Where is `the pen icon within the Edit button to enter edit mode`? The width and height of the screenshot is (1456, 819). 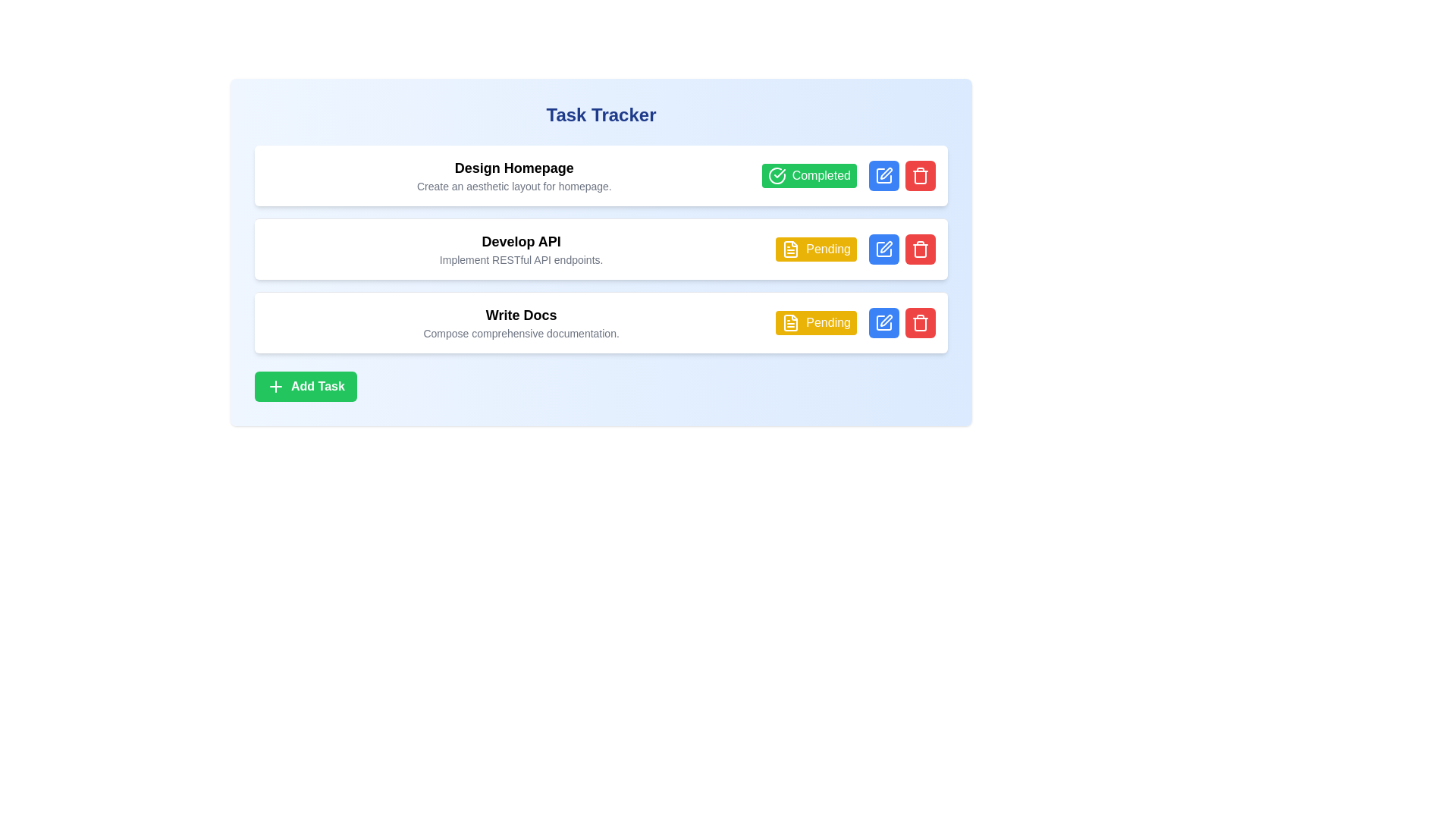 the pen icon within the Edit button to enter edit mode is located at coordinates (884, 174).